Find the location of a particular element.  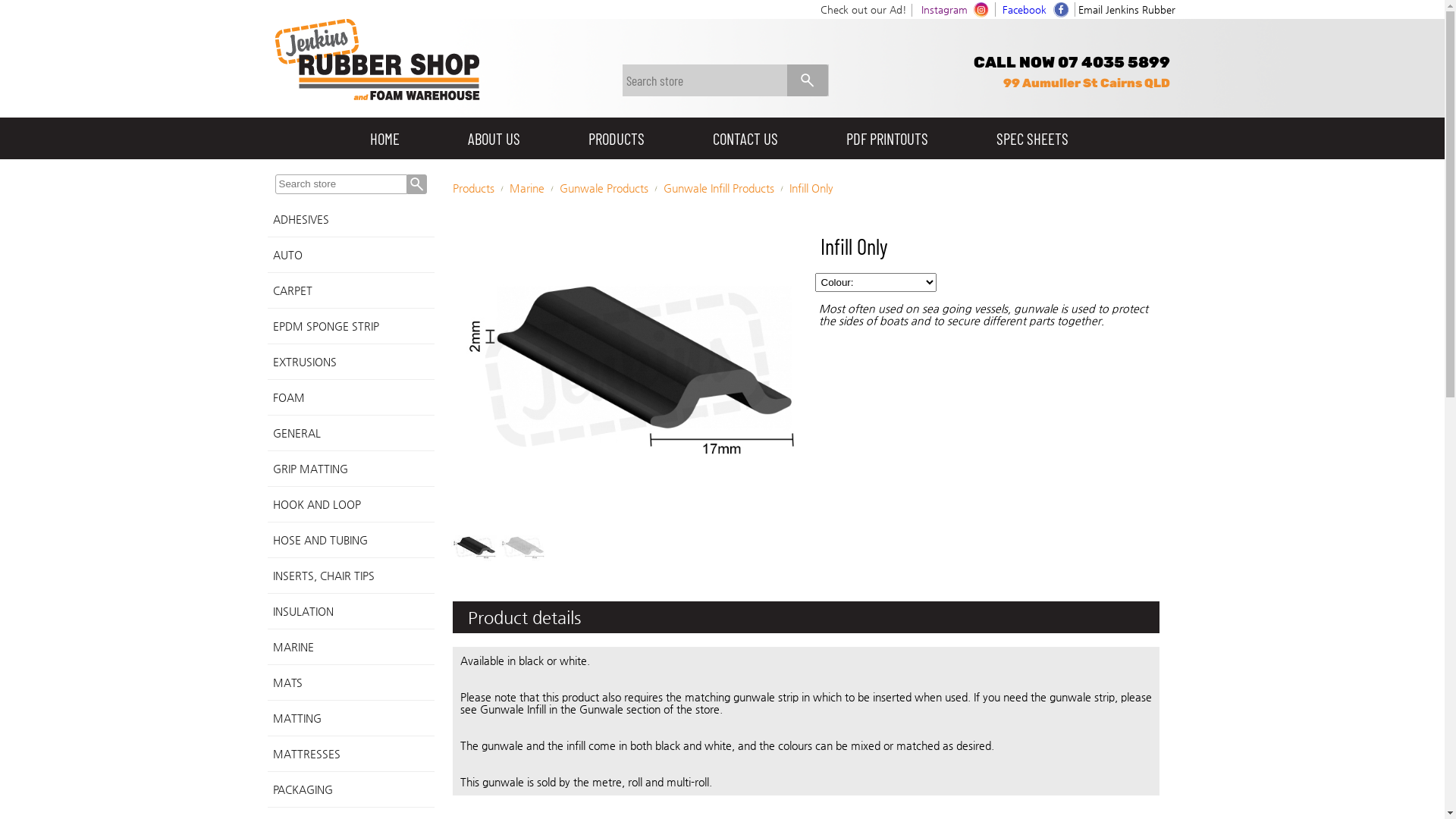

'MATS' is located at coordinates (349, 682).